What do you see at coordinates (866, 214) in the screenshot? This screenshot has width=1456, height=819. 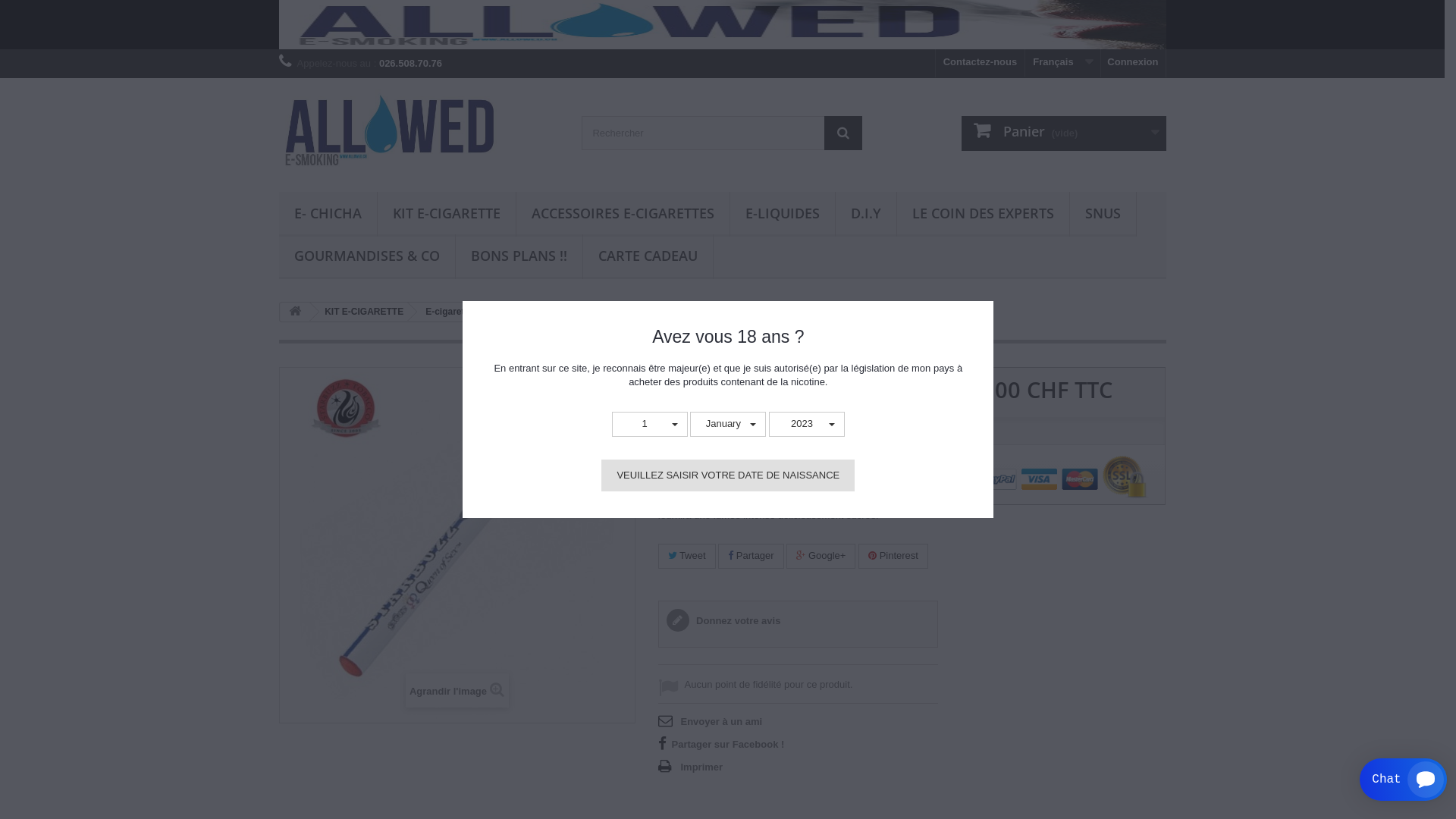 I see `'D.I.Y'` at bounding box center [866, 214].